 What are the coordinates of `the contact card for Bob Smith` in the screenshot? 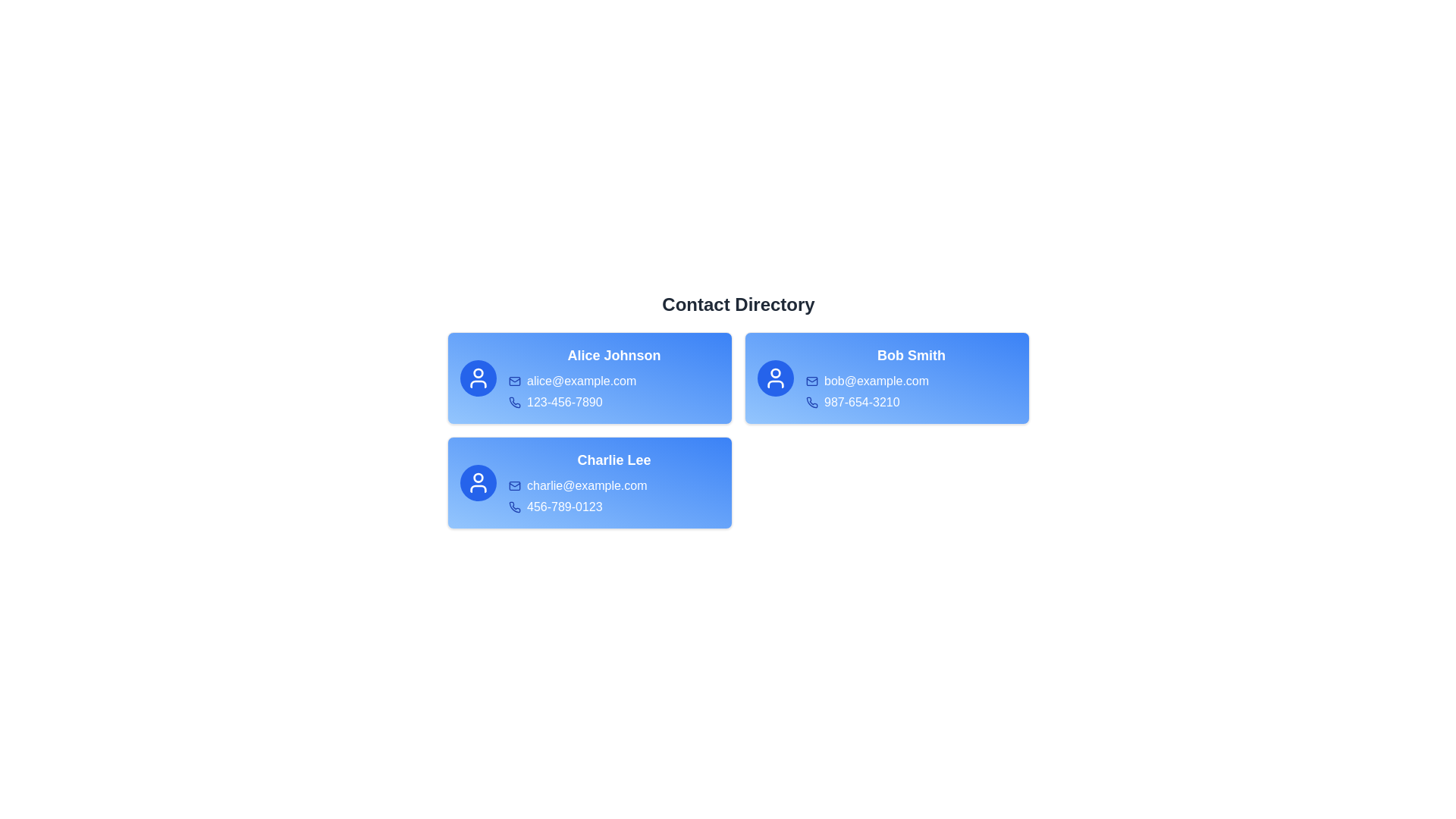 It's located at (887, 377).